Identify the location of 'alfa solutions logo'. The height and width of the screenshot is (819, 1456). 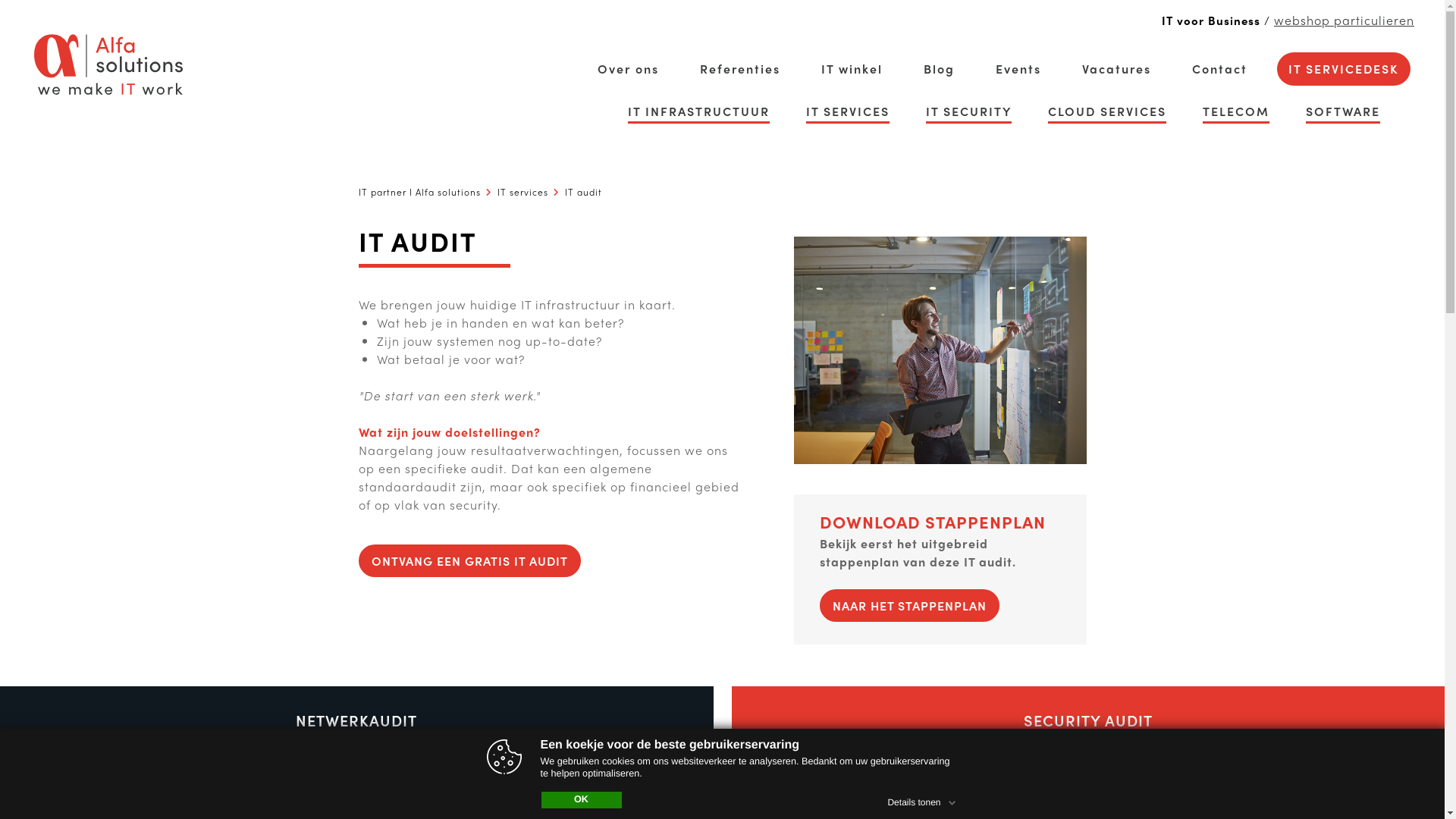
(33, 63).